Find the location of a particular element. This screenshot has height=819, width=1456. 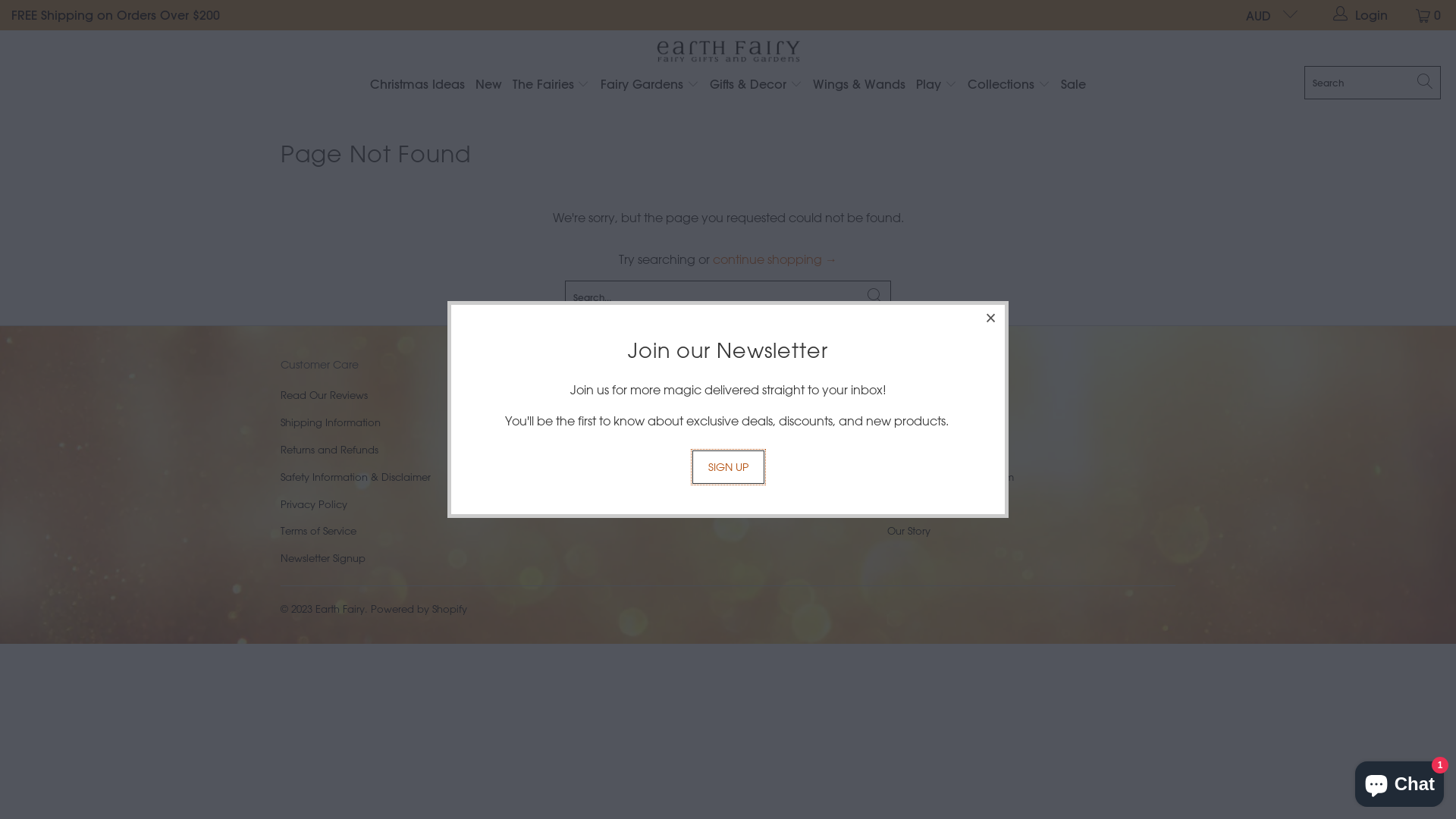

'Returns and Refunds' is located at coordinates (328, 448).